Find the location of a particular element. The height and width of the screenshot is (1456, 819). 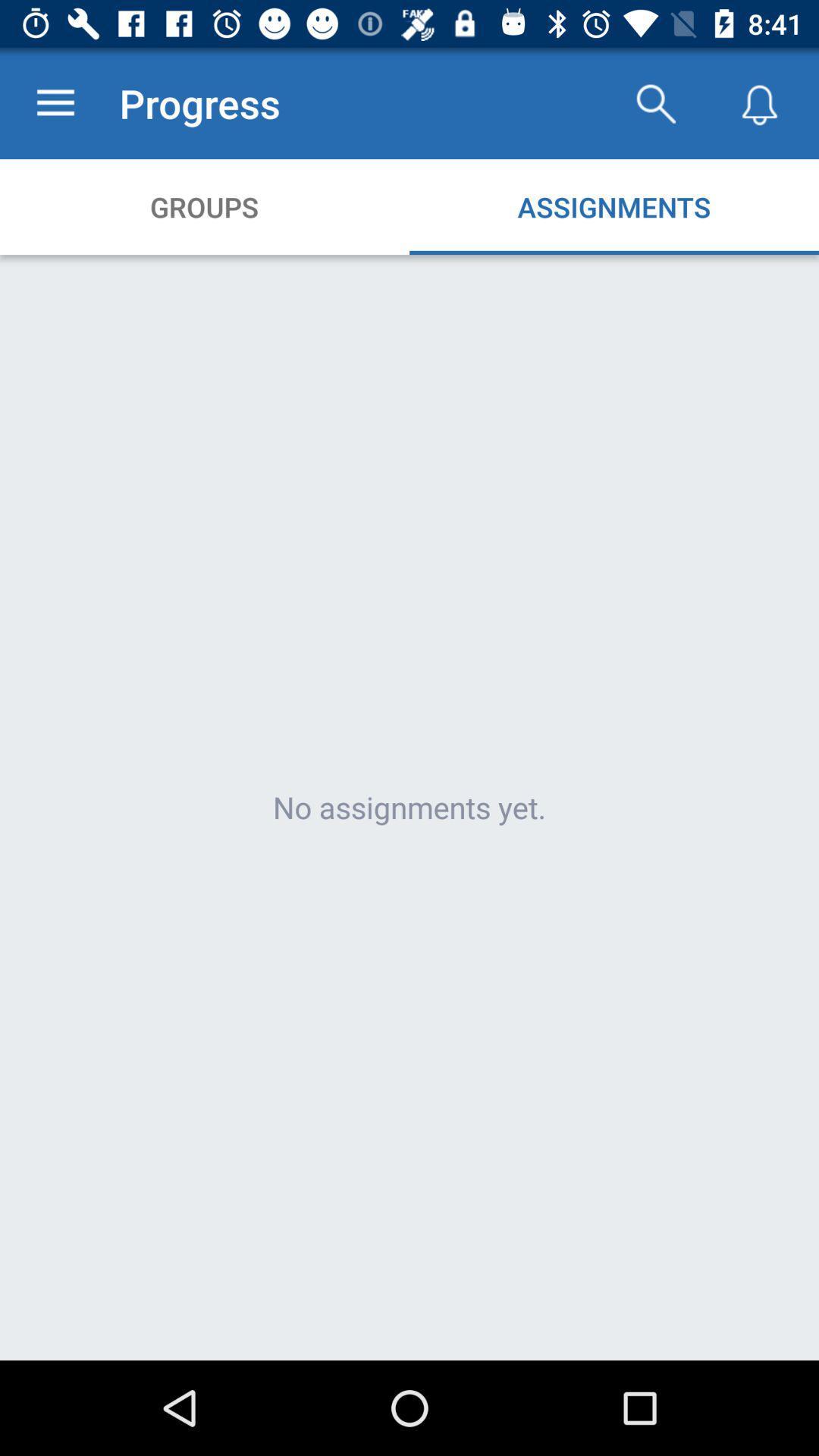

icon to the left of progress is located at coordinates (55, 102).